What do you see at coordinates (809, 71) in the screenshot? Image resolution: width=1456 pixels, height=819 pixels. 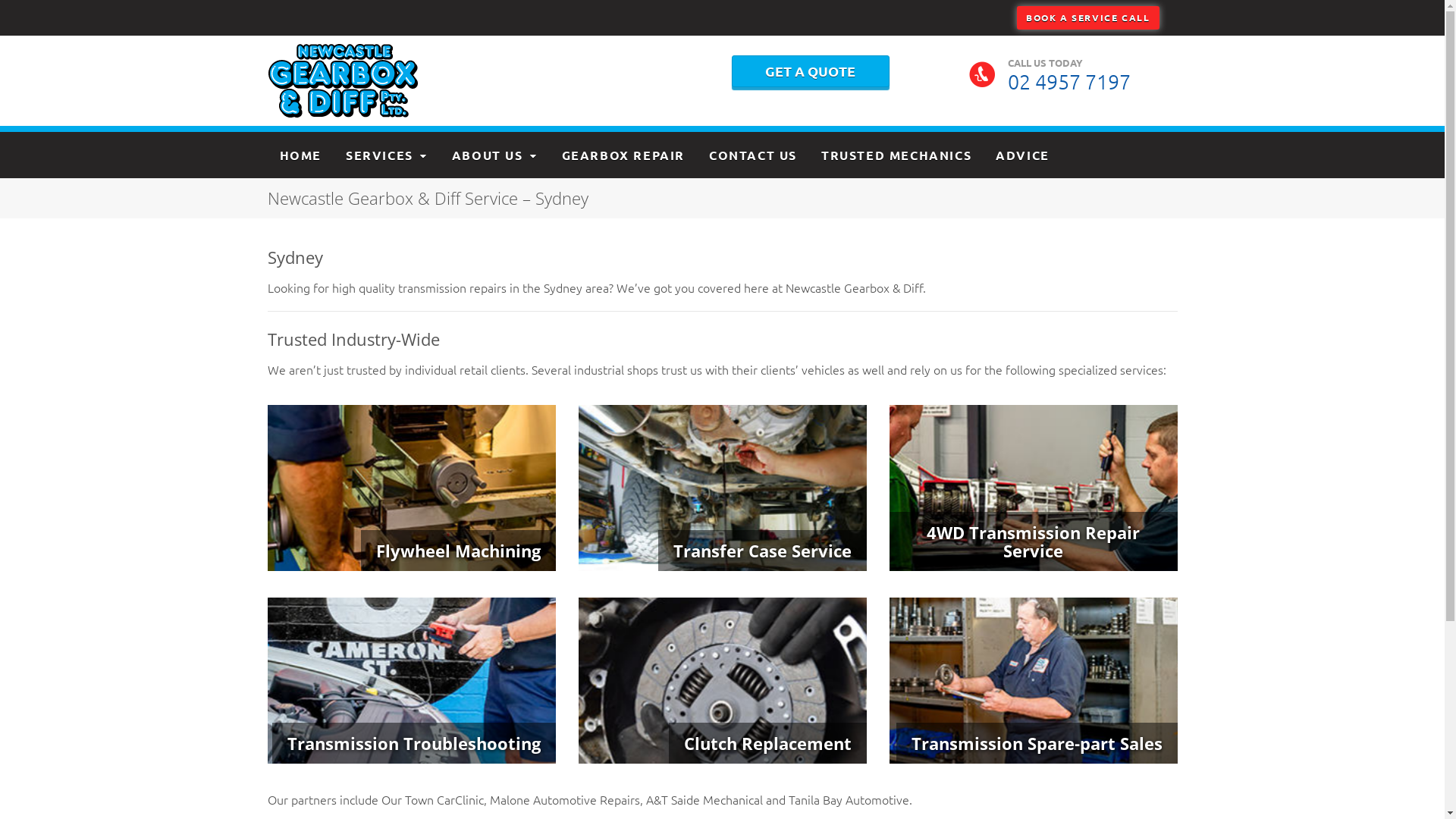 I see `'GET A QUOTE'` at bounding box center [809, 71].